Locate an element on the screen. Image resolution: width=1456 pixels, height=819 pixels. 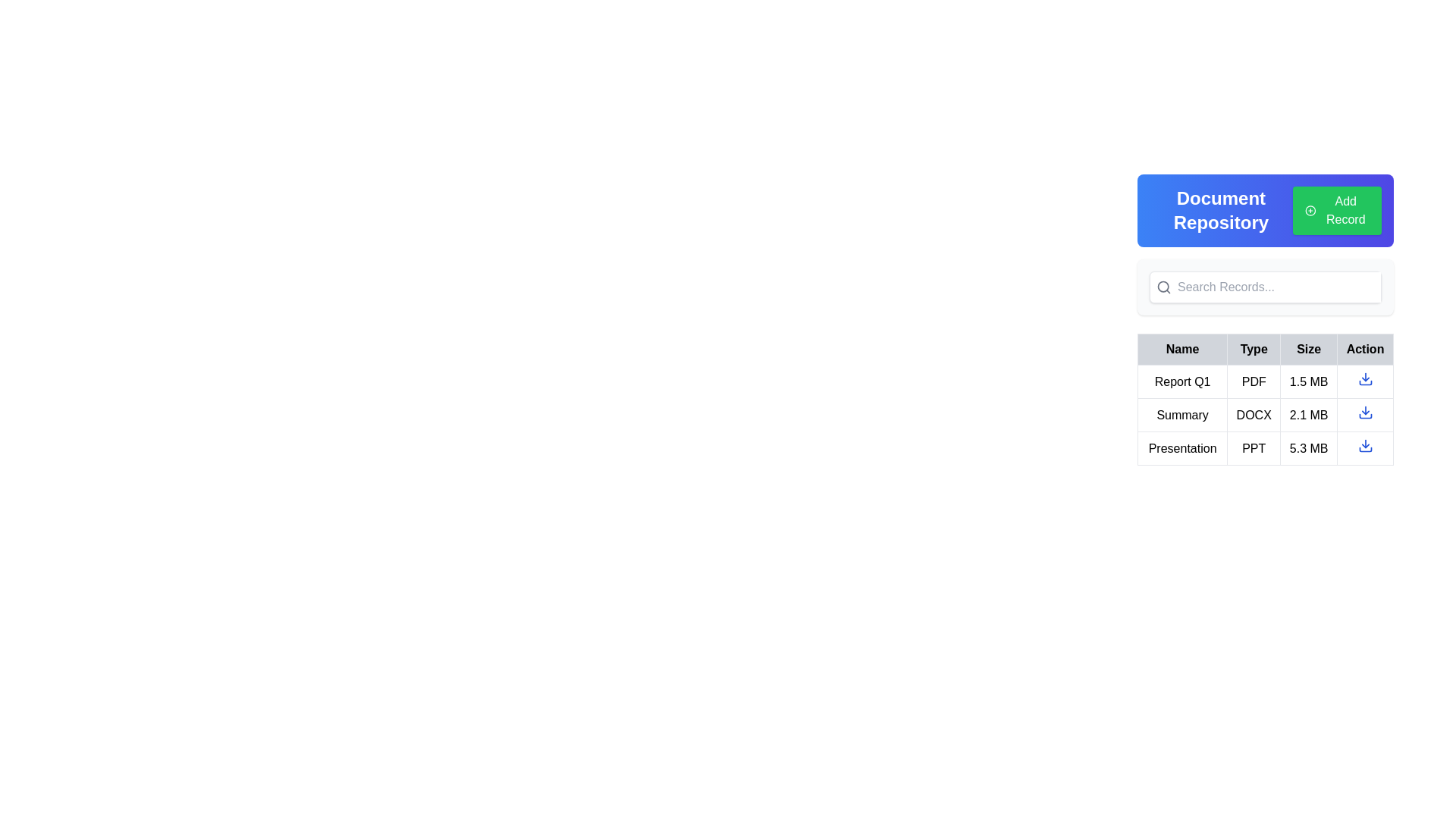
the content of the static text indicating the file type for the 'Summary' file entry in the document repository, located in the 'Type' column of the table is located at coordinates (1254, 415).